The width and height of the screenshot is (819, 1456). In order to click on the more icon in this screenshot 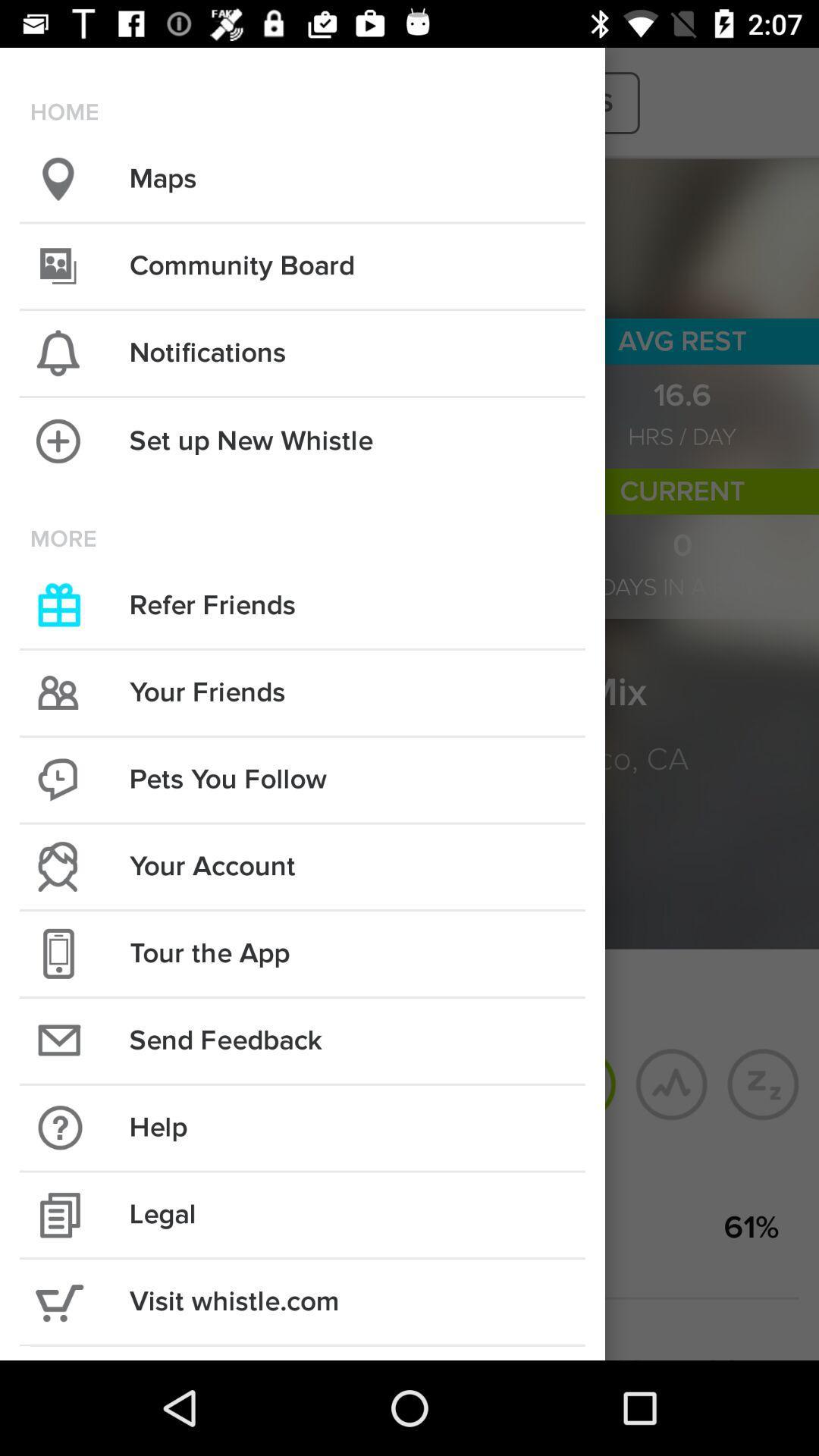, I will do `click(59, 102)`.